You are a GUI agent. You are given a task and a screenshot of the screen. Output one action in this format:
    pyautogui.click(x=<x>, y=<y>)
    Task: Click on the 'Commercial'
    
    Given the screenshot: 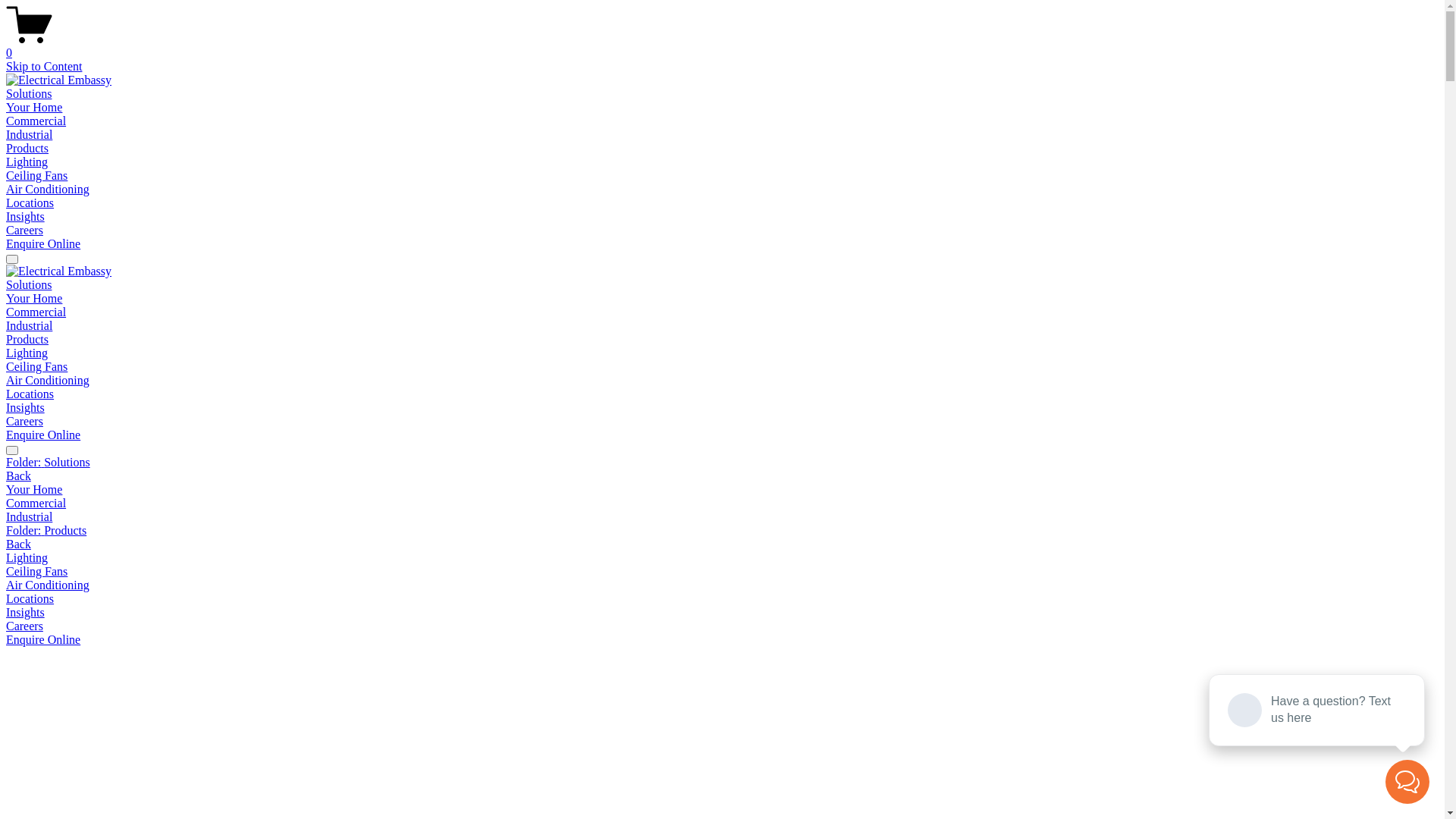 What is the action you would take?
    pyautogui.click(x=36, y=120)
    